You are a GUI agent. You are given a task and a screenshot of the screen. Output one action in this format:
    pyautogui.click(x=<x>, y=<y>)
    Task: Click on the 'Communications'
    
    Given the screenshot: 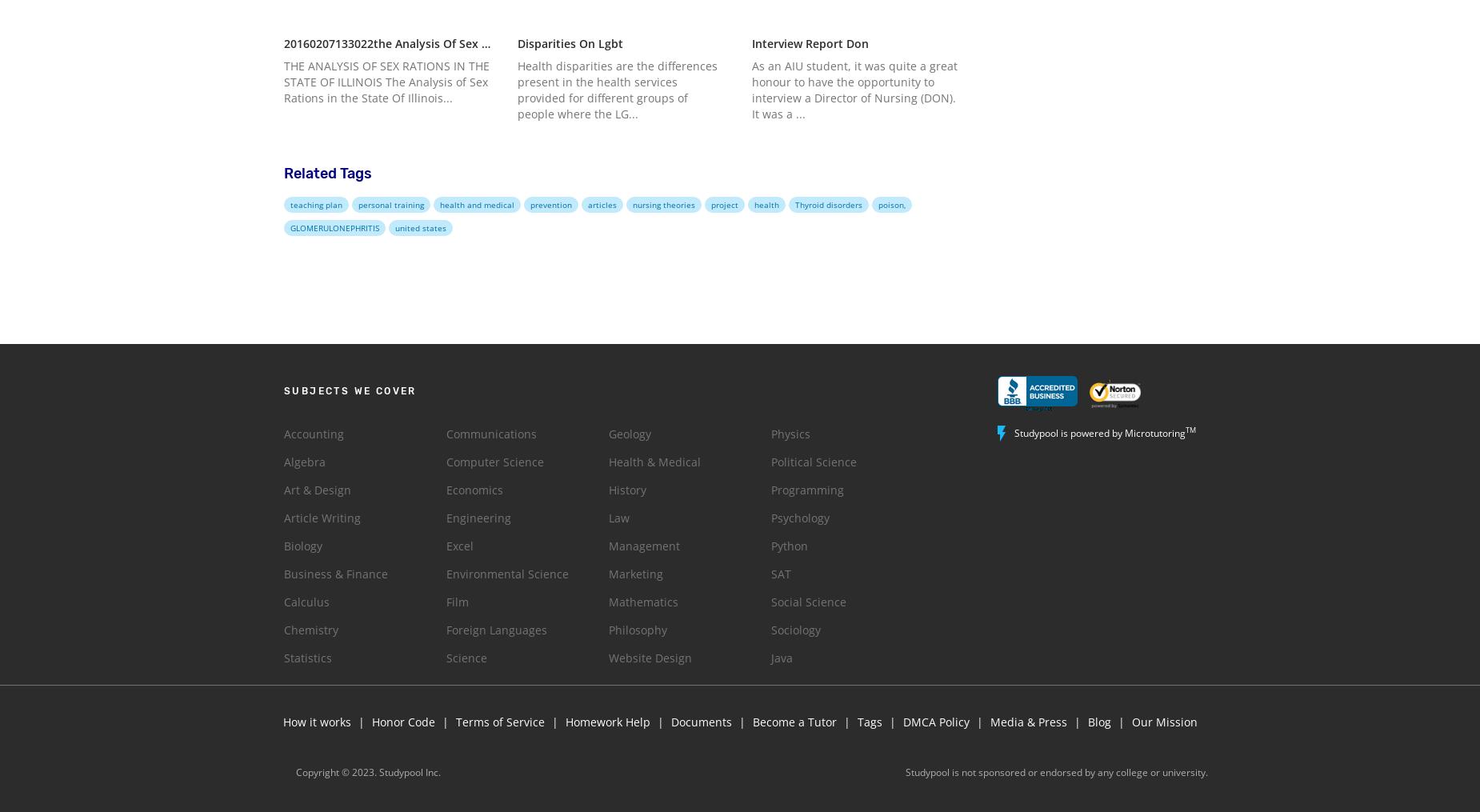 What is the action you would take?
    pyautogui.click(x=491, y=433)
    